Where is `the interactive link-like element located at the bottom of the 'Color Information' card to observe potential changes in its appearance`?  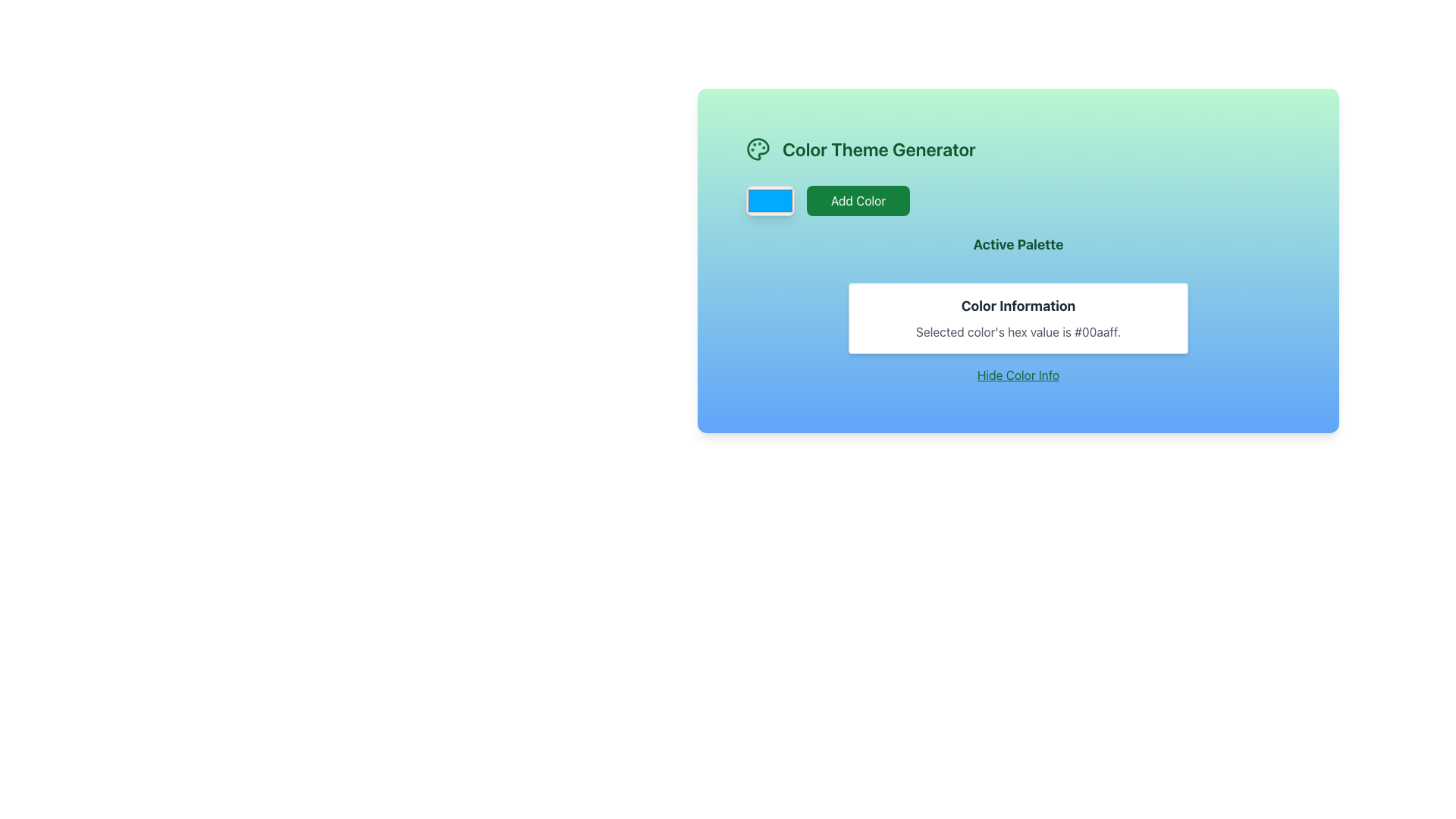
the interactive link-like element located at the bottom of the 'Color Information' card to observe potential changes in its appearance is located at coordinates (1018, 375).